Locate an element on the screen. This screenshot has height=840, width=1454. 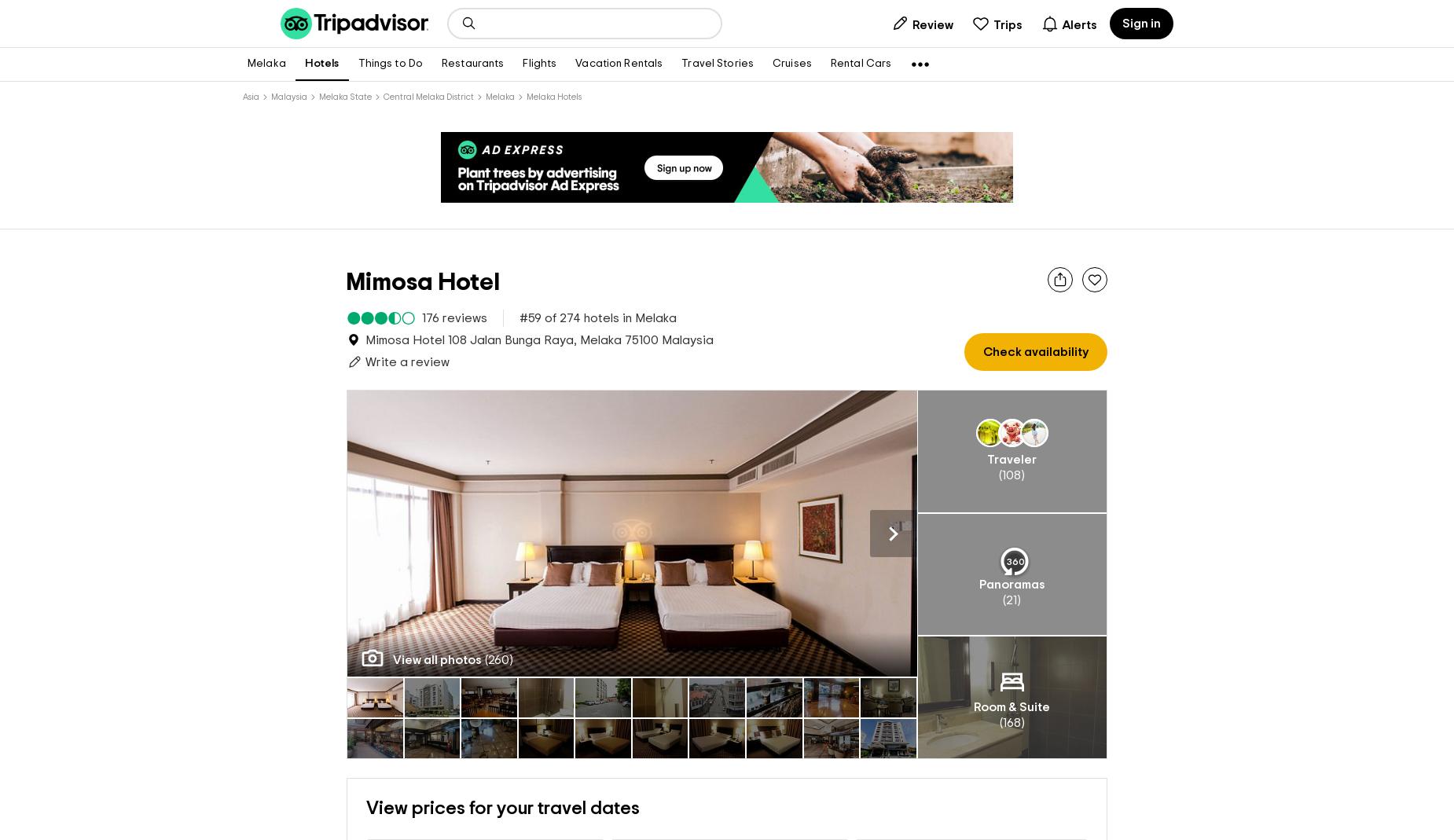
'Write a review' is located at coordinates (407, 361).